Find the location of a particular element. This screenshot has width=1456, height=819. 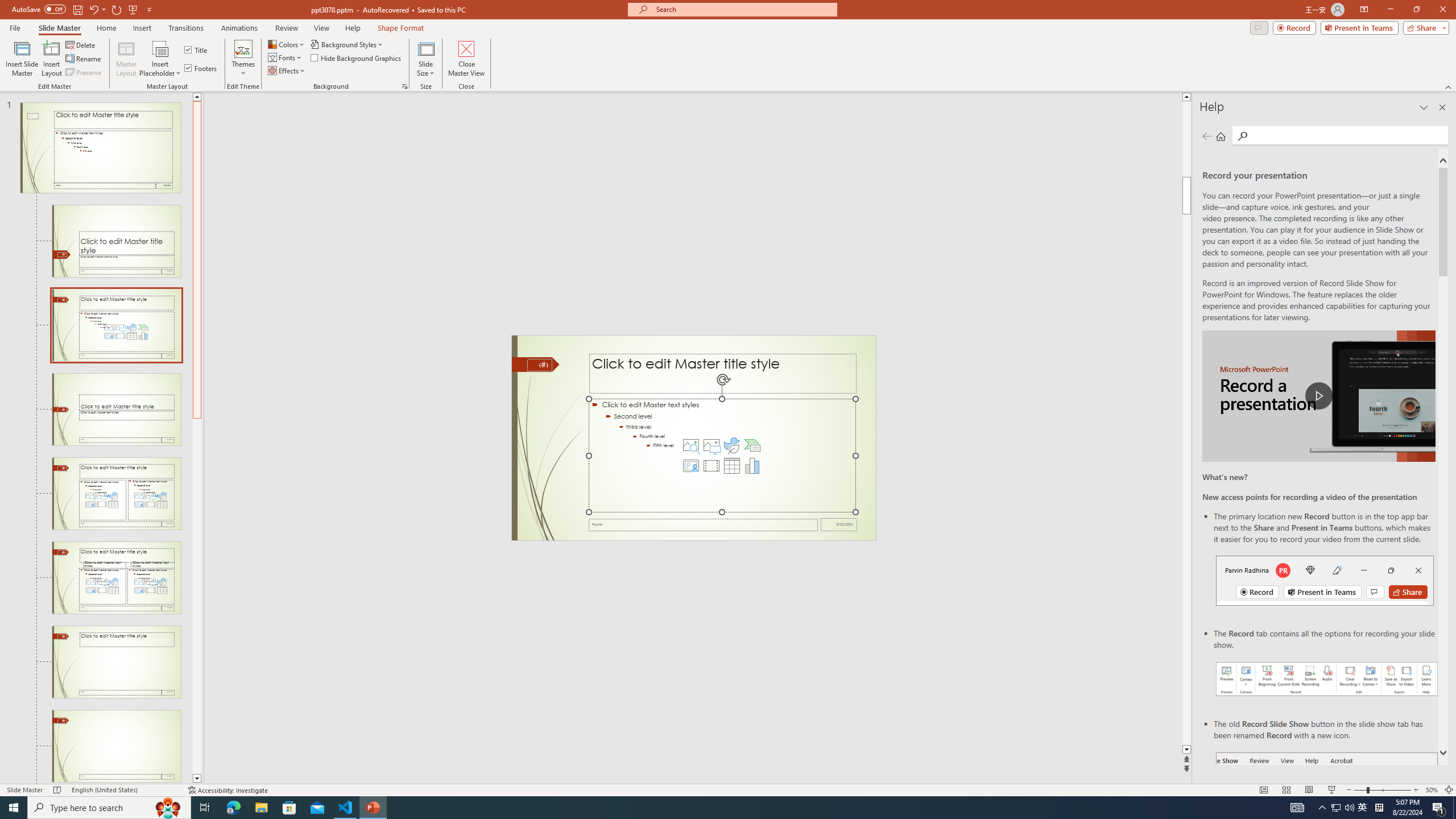

'Slide Size' is located at coordinates (425, 59).